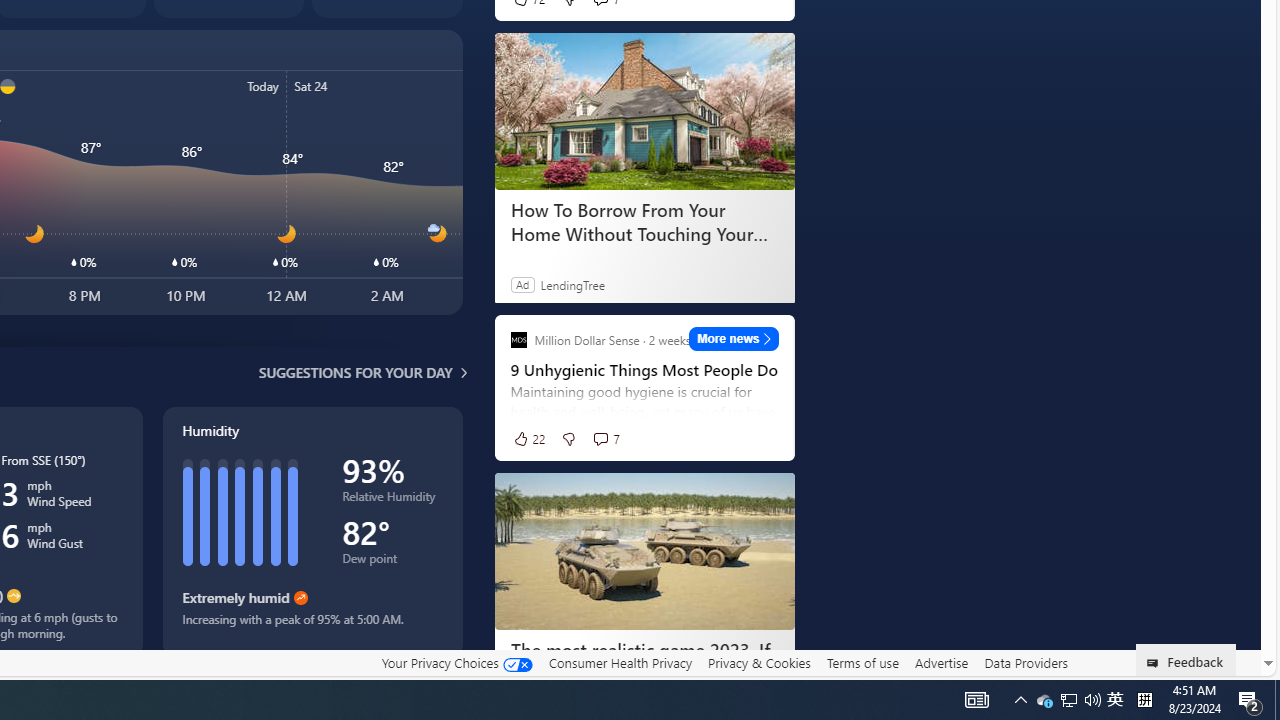  Describe the element at coordinates (619, 663) in the screenshot. I see `'Consumer Health Privacy'` at that location.